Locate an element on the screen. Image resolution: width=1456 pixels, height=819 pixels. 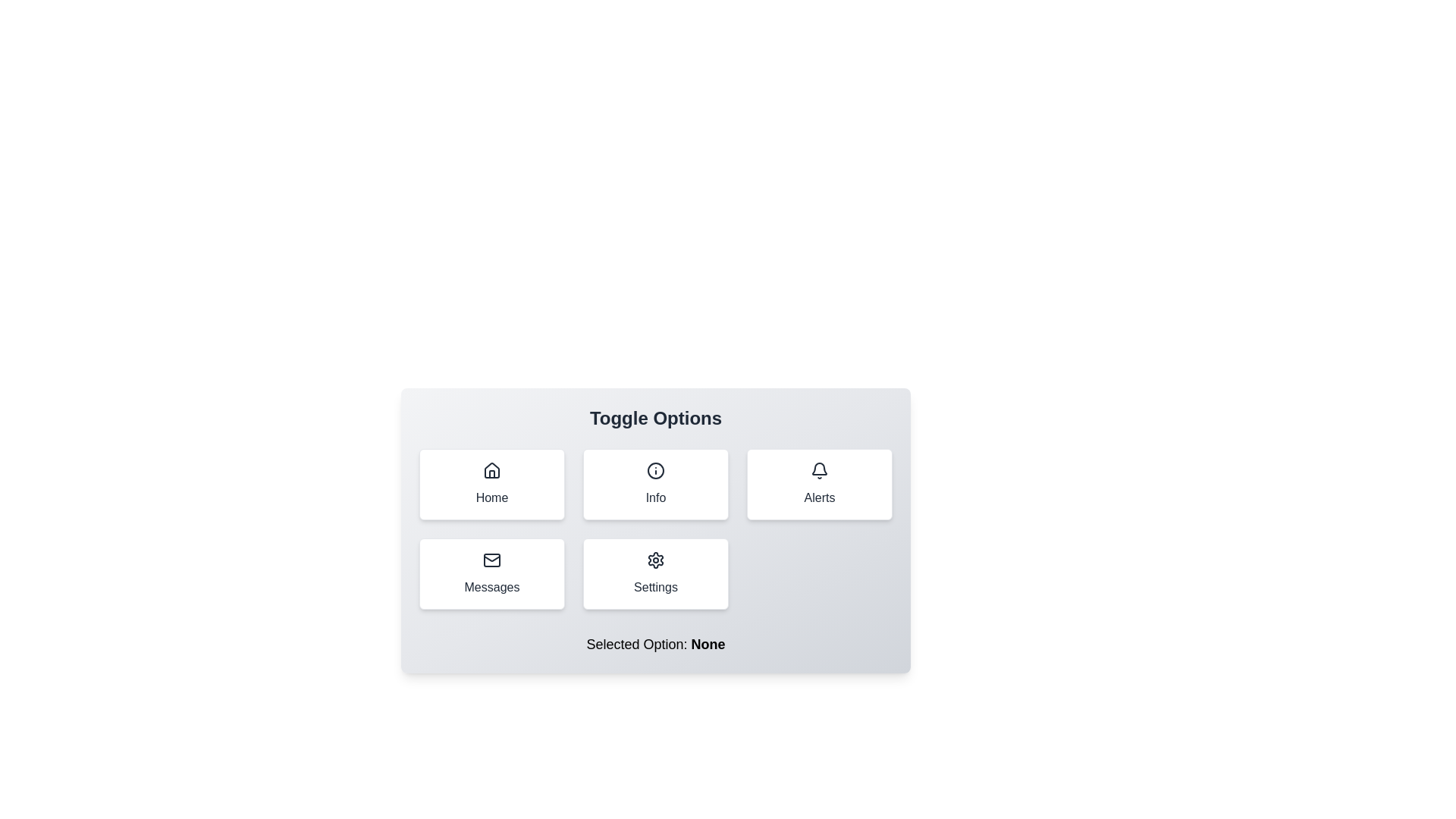
the 'Settings' button located in the center of the bottom row of a 3x2 grid layout is located at coordinates (655, 573).